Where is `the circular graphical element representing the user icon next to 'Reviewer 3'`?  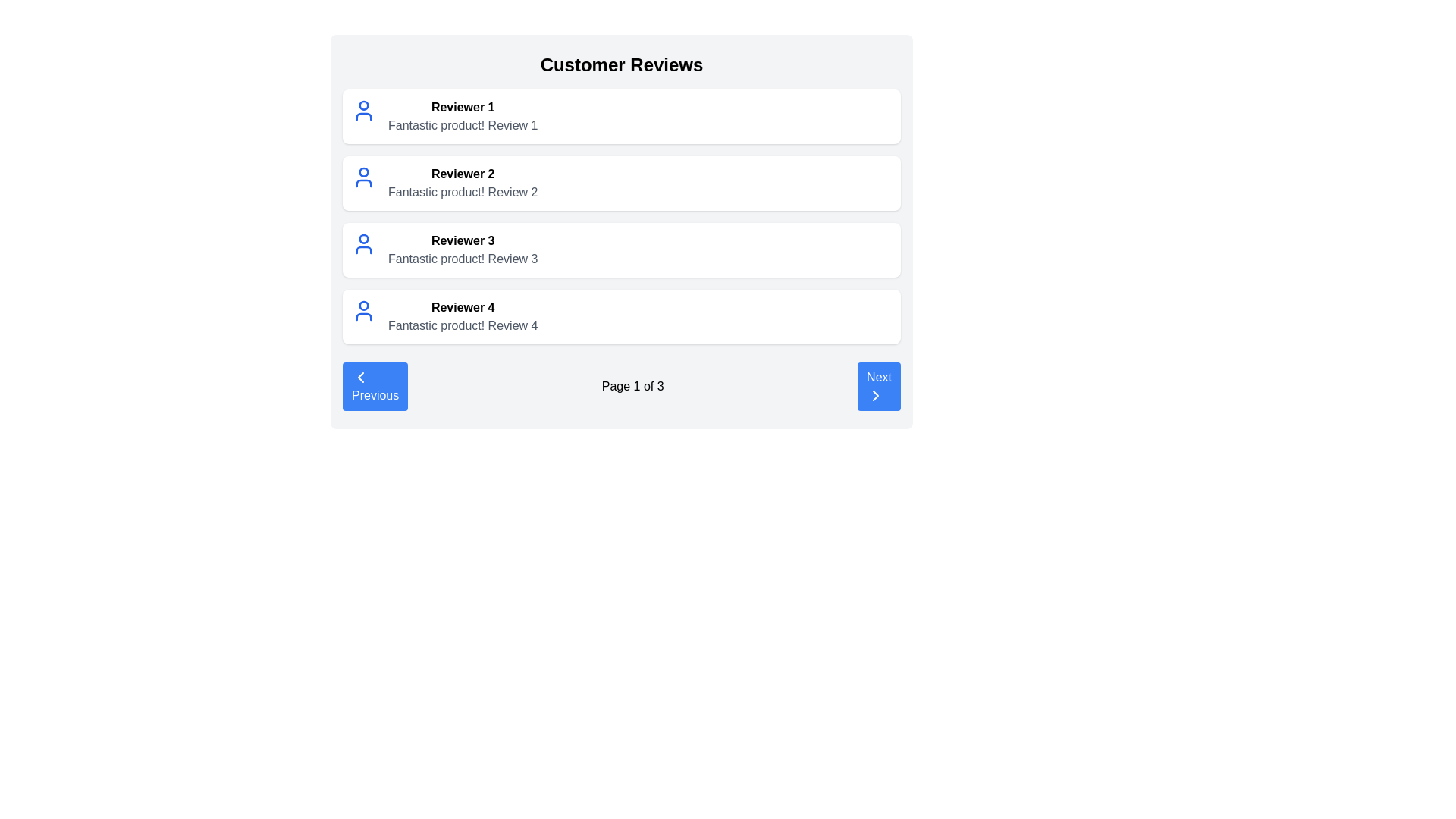
the circular graphical element representing the user icon next to 'Reviewer 3' is located at coordinates (364, 239).